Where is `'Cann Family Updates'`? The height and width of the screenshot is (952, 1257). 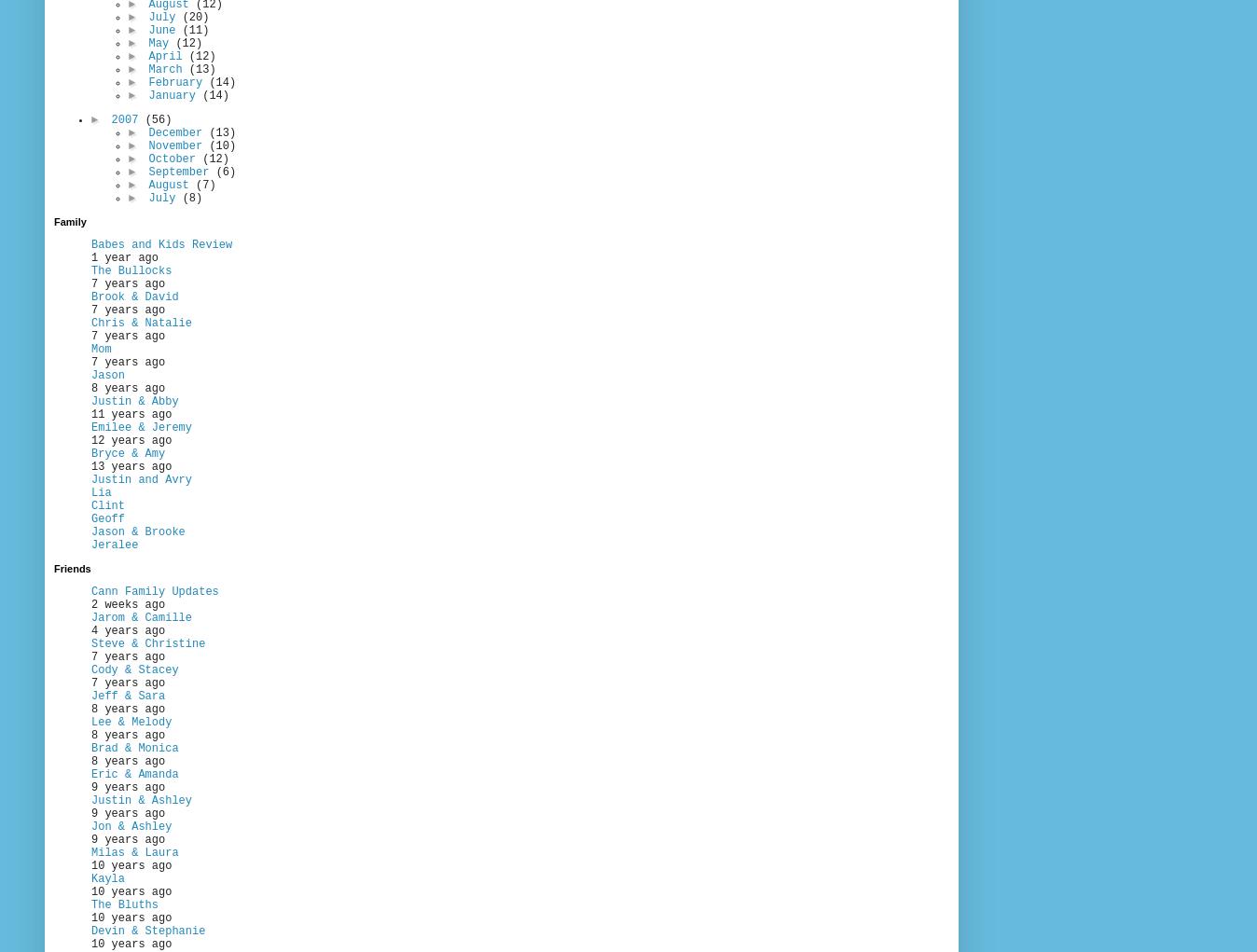 'Cann Family Updates' is located at coordinates (153, 590).